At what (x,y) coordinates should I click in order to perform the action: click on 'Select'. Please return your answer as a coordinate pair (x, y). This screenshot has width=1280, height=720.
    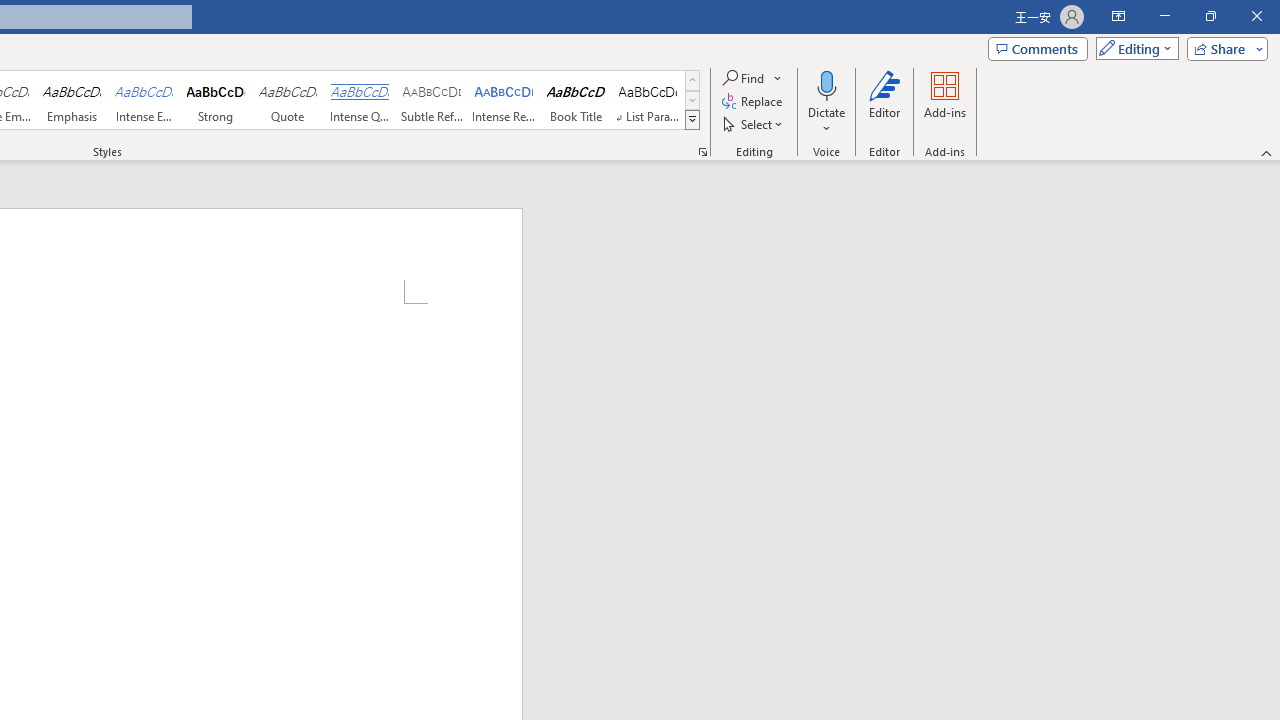
    Looking at the image, I should click on (753, 124).